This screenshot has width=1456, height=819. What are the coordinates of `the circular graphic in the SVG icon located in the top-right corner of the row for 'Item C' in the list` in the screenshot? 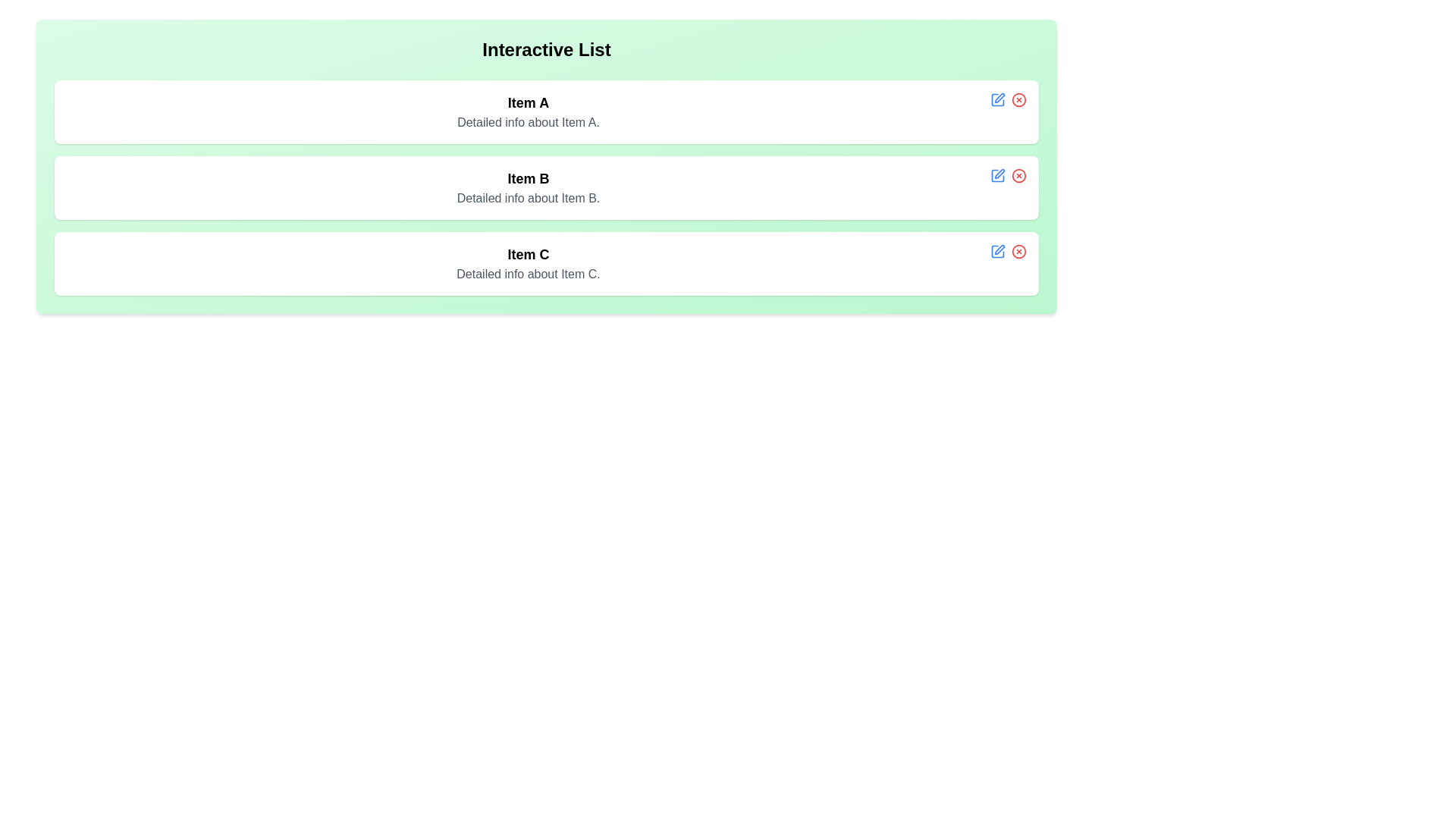 It's located at (1019, 250).